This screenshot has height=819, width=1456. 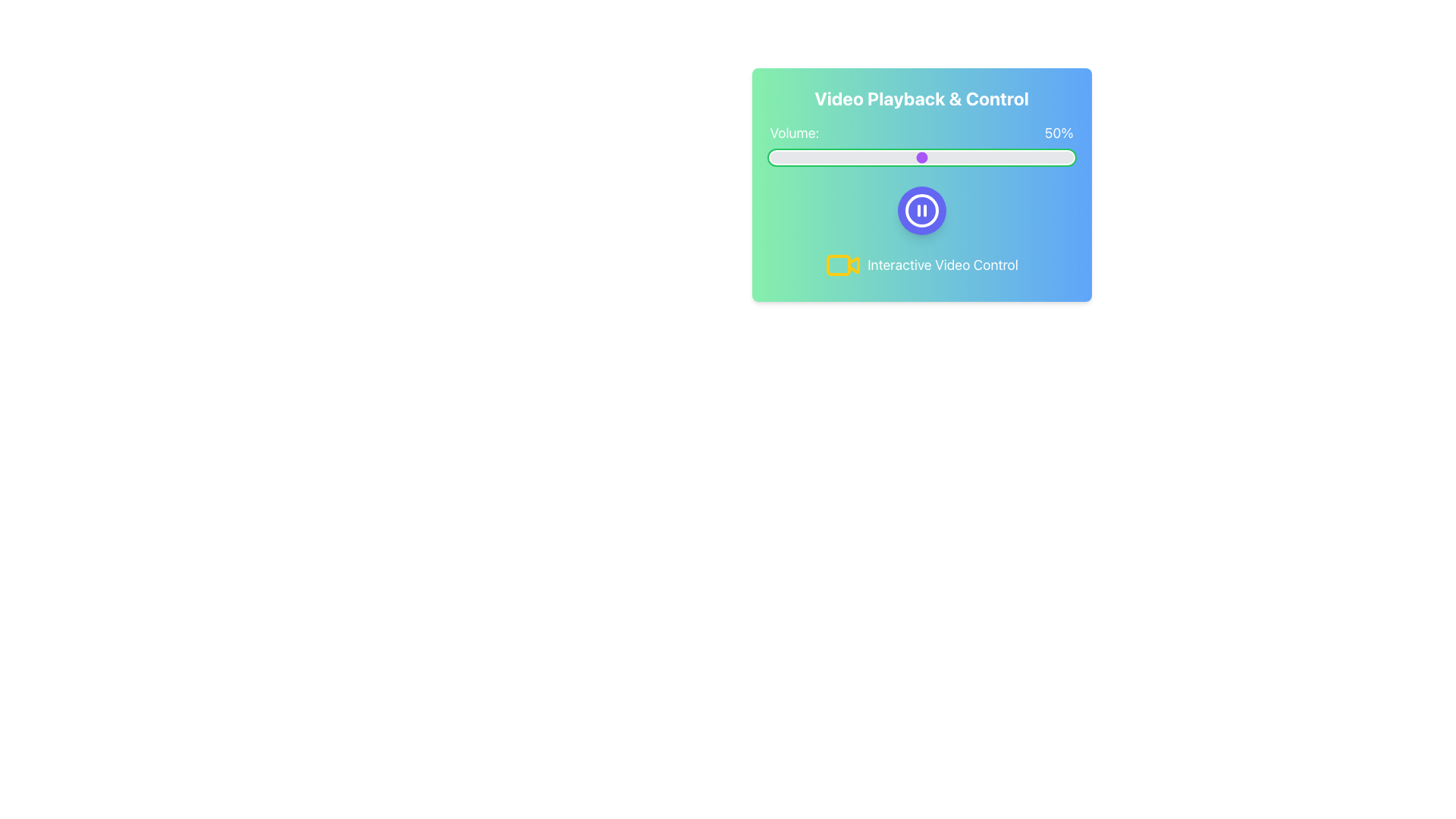 I want to click on the volume, so click(x=790, y=158).